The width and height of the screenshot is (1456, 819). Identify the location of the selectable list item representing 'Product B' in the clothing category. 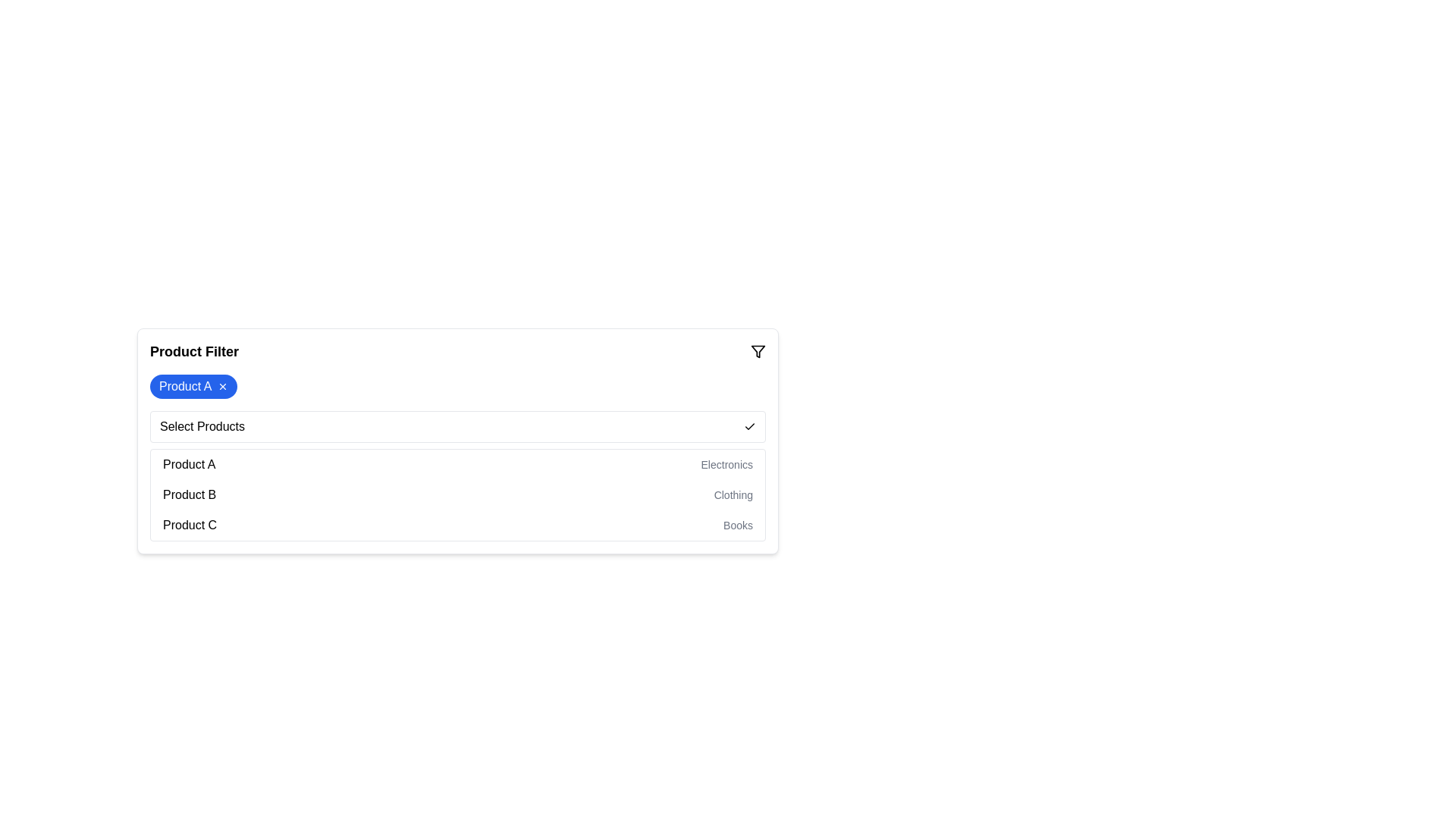
(457, 494).